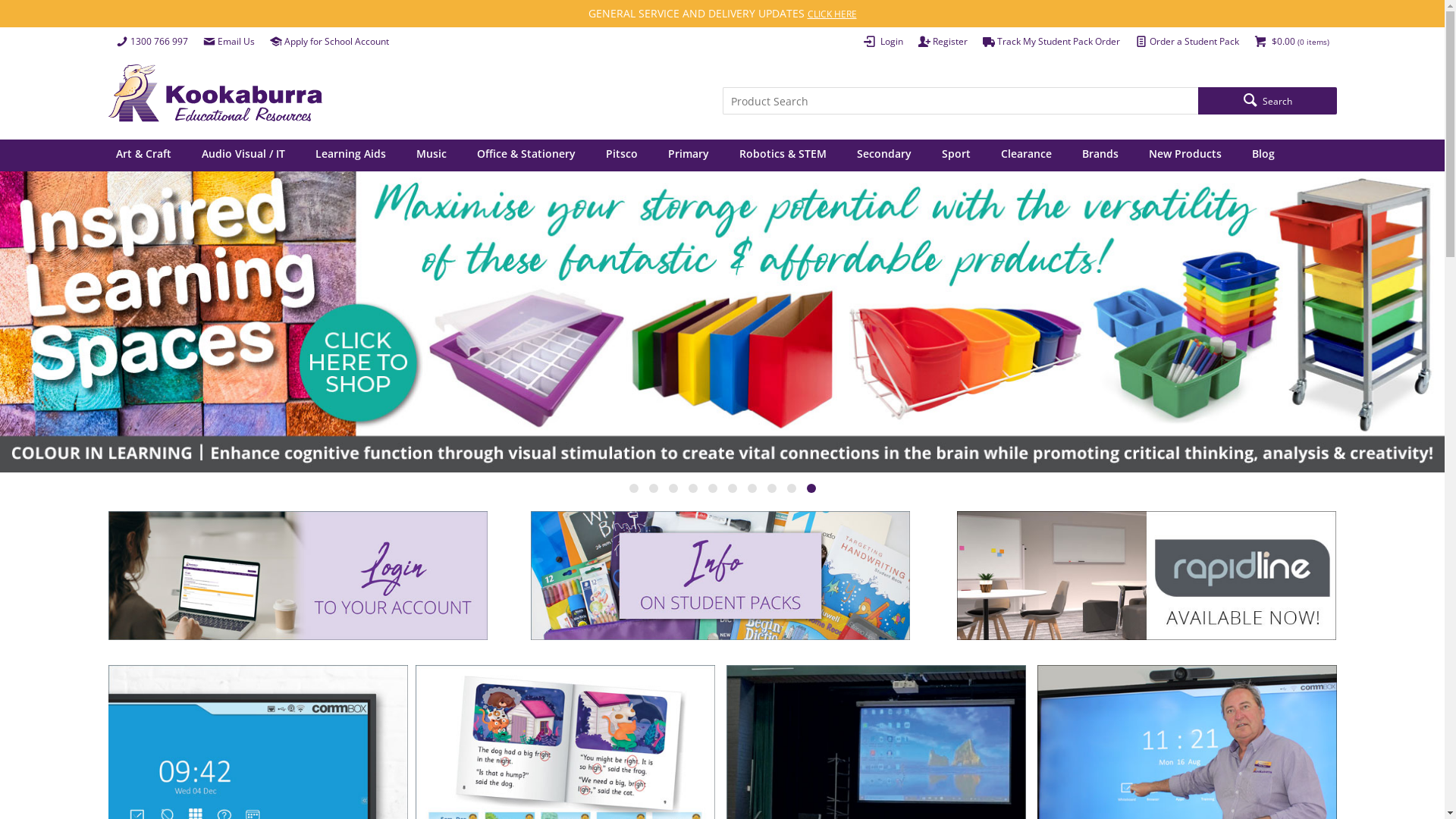  What do you see at coordinates (328, 40) in the screenshot?
I see `'Apply for School Account'` at bounding box center [328, 40].